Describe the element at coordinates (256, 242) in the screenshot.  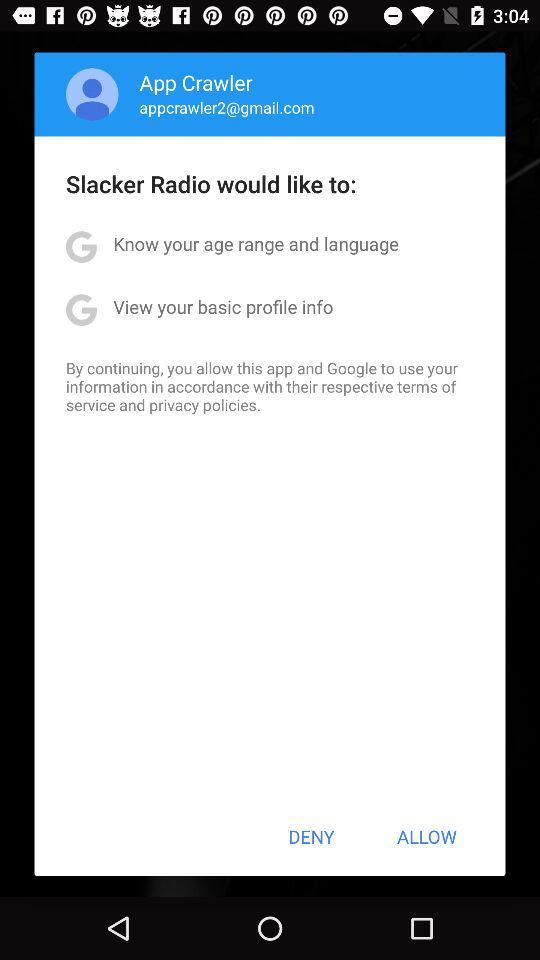
I see `the know your age icon` at that location.